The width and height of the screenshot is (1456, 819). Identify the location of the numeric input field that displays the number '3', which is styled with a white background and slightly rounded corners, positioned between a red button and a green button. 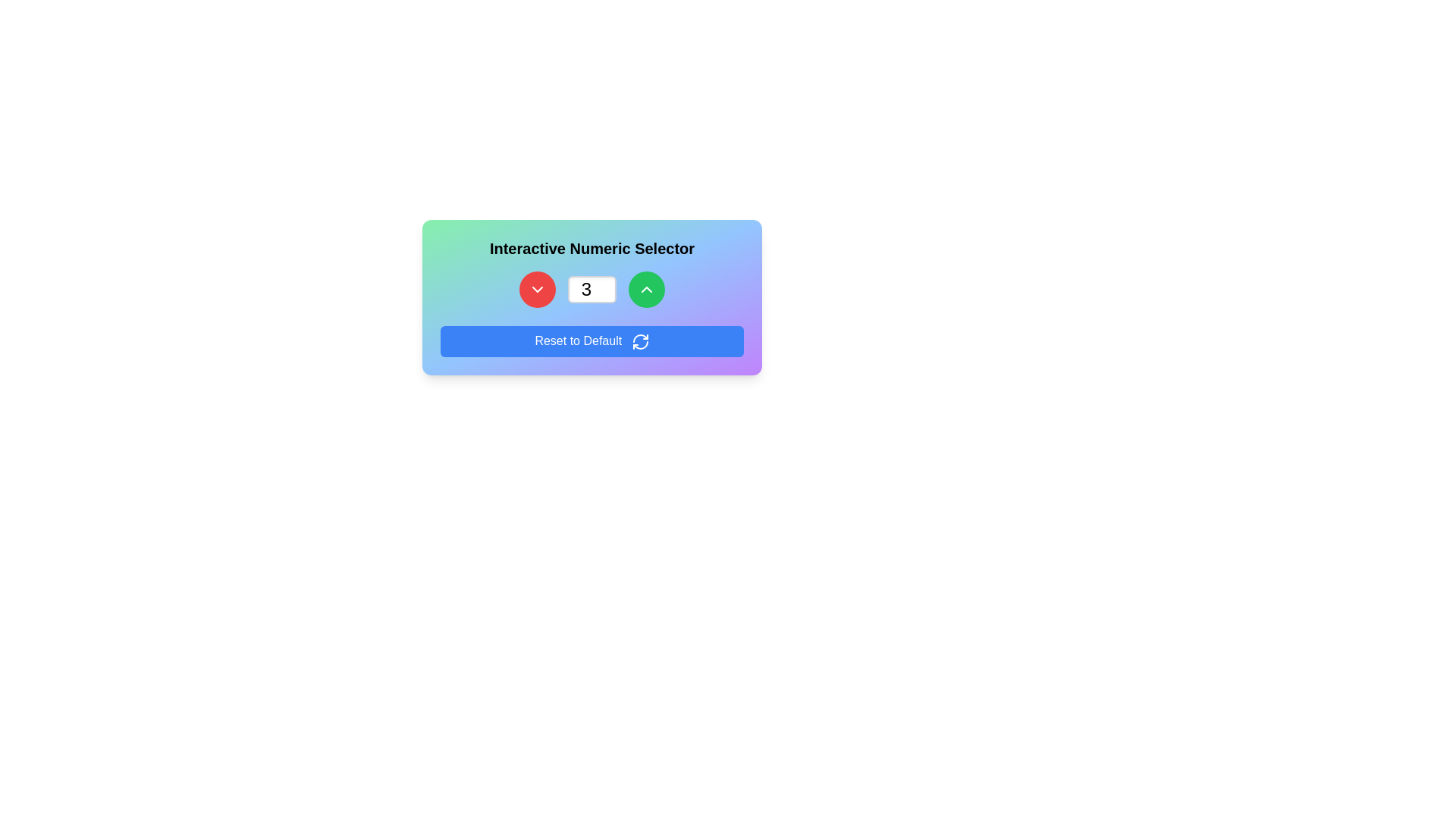
(591, 289).